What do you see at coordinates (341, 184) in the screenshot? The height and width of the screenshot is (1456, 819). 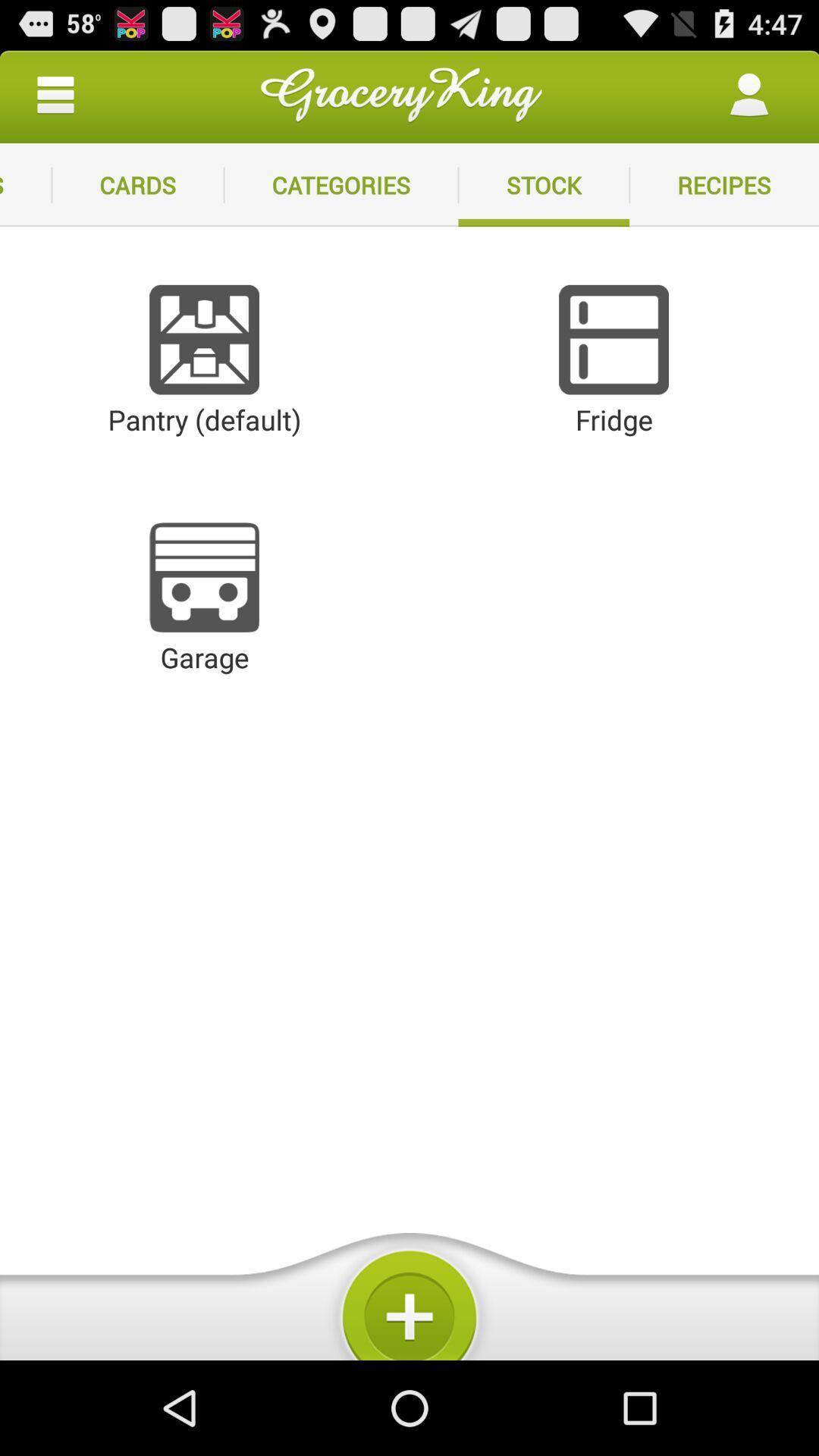 I see `categories app` at bounding box center [341, 184].